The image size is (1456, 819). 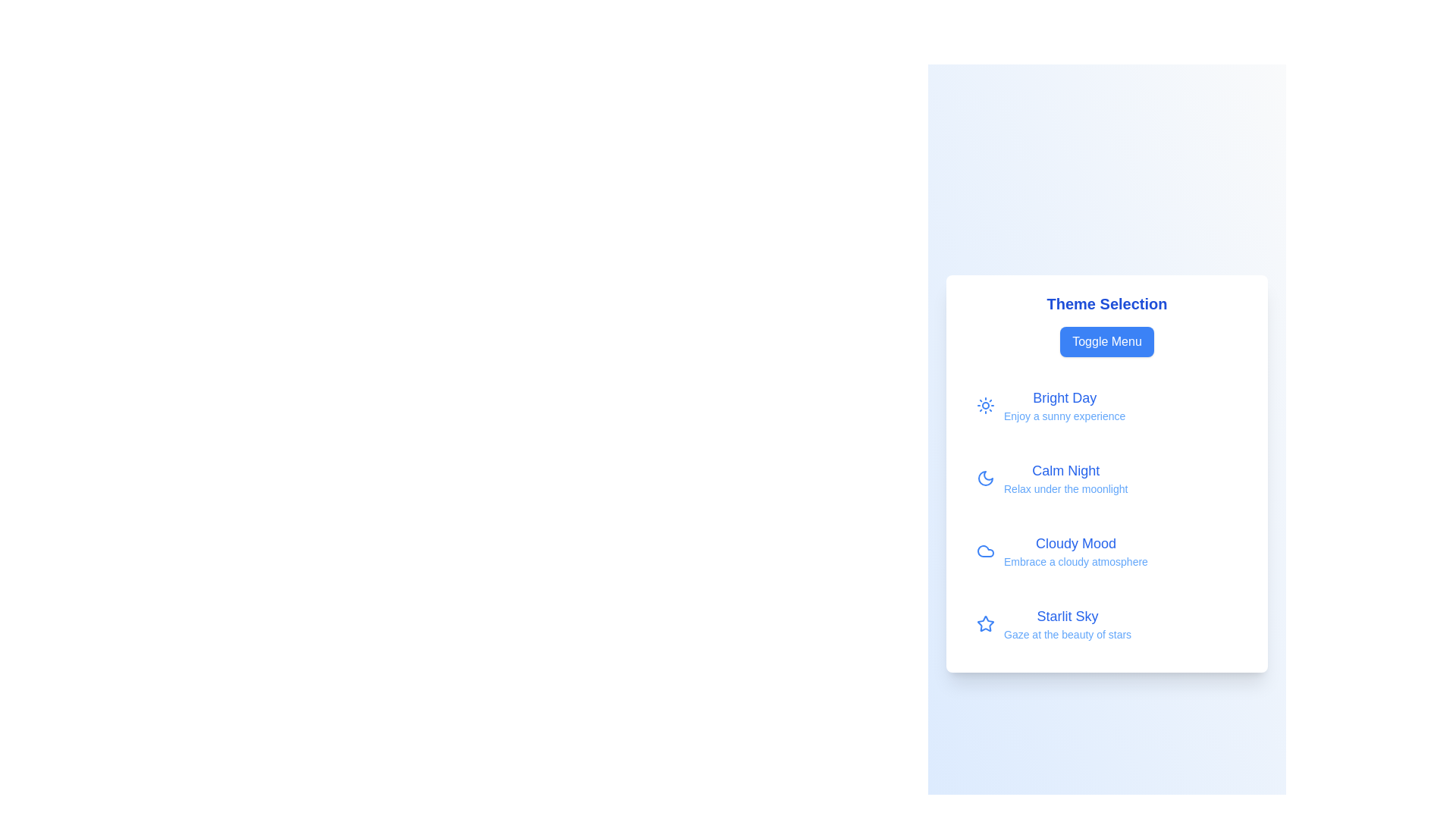 What do you see at coordinates (1106, 479) in the screenshot?
I see `the theme Calm Night from the menu` at bounding box center [1106, 479].